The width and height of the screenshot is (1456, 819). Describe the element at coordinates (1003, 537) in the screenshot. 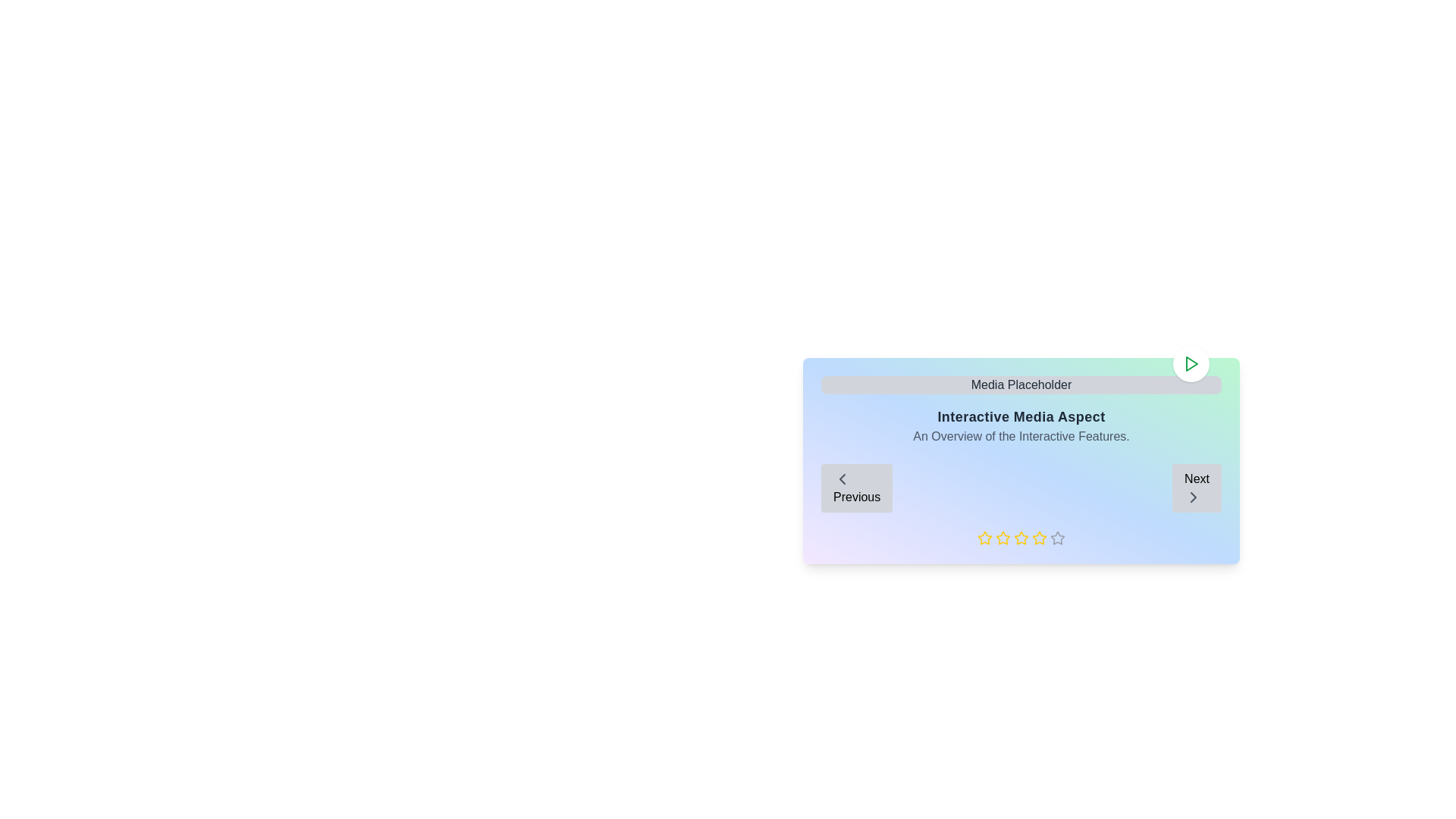

I see `the third yellow star icon with a hollow center in the rating set` at that location.